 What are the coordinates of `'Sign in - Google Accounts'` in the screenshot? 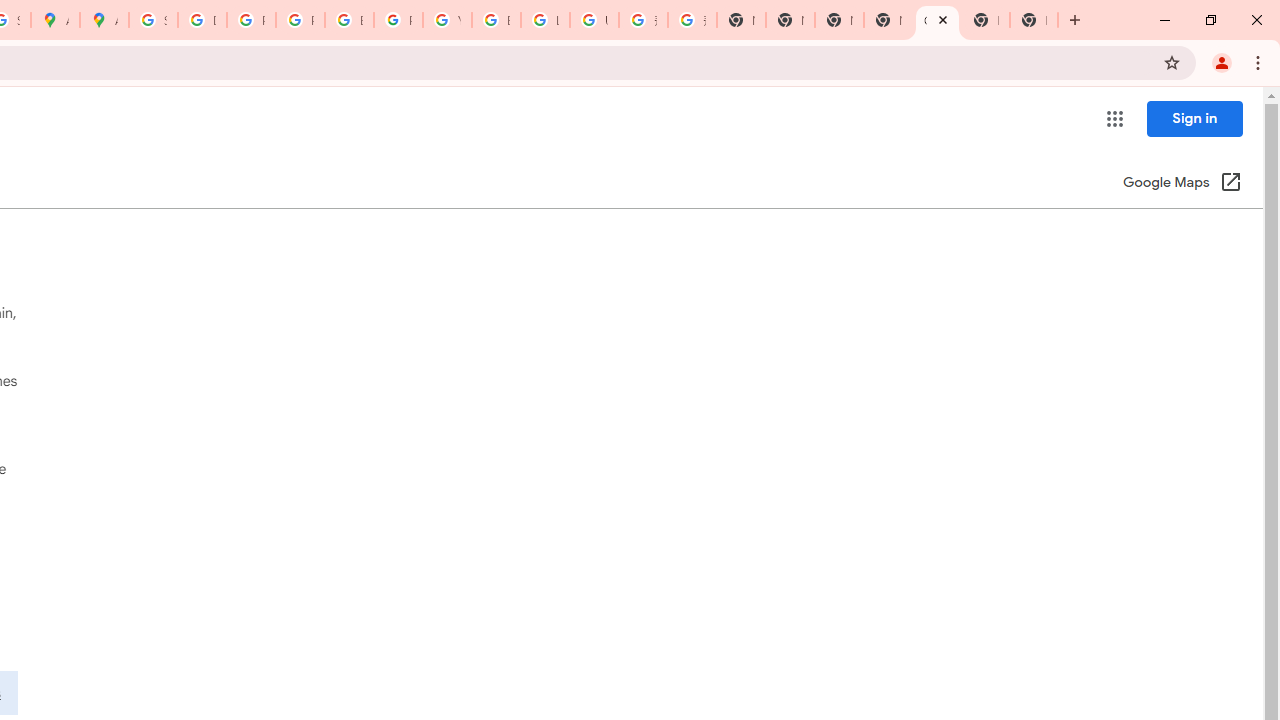 It's located at (152, 20).